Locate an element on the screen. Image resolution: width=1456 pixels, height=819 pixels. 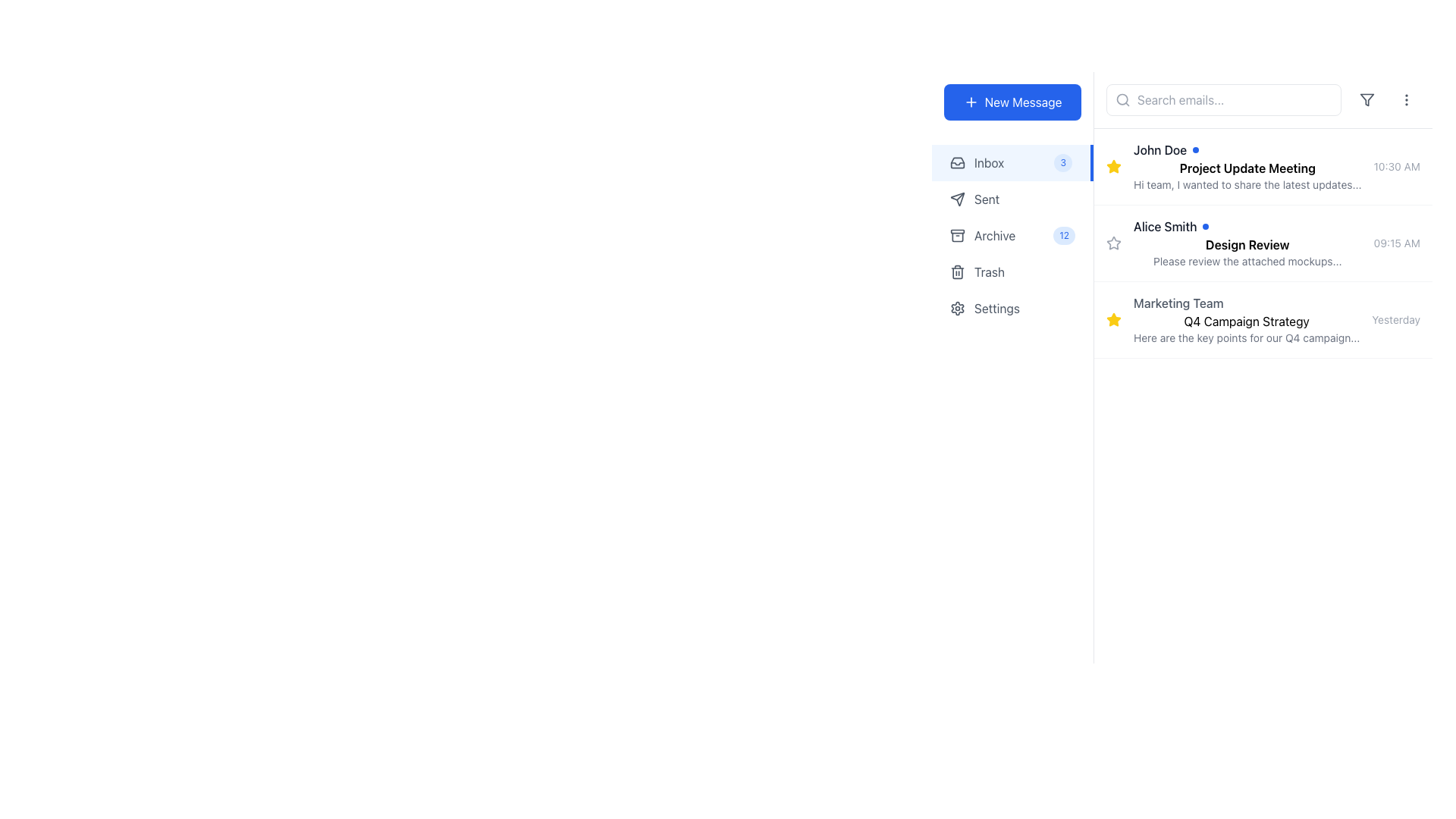
the third item in the vertical menu list, positioned between 'Sent' and 'Trash' is located at coordinates (1012, 236).